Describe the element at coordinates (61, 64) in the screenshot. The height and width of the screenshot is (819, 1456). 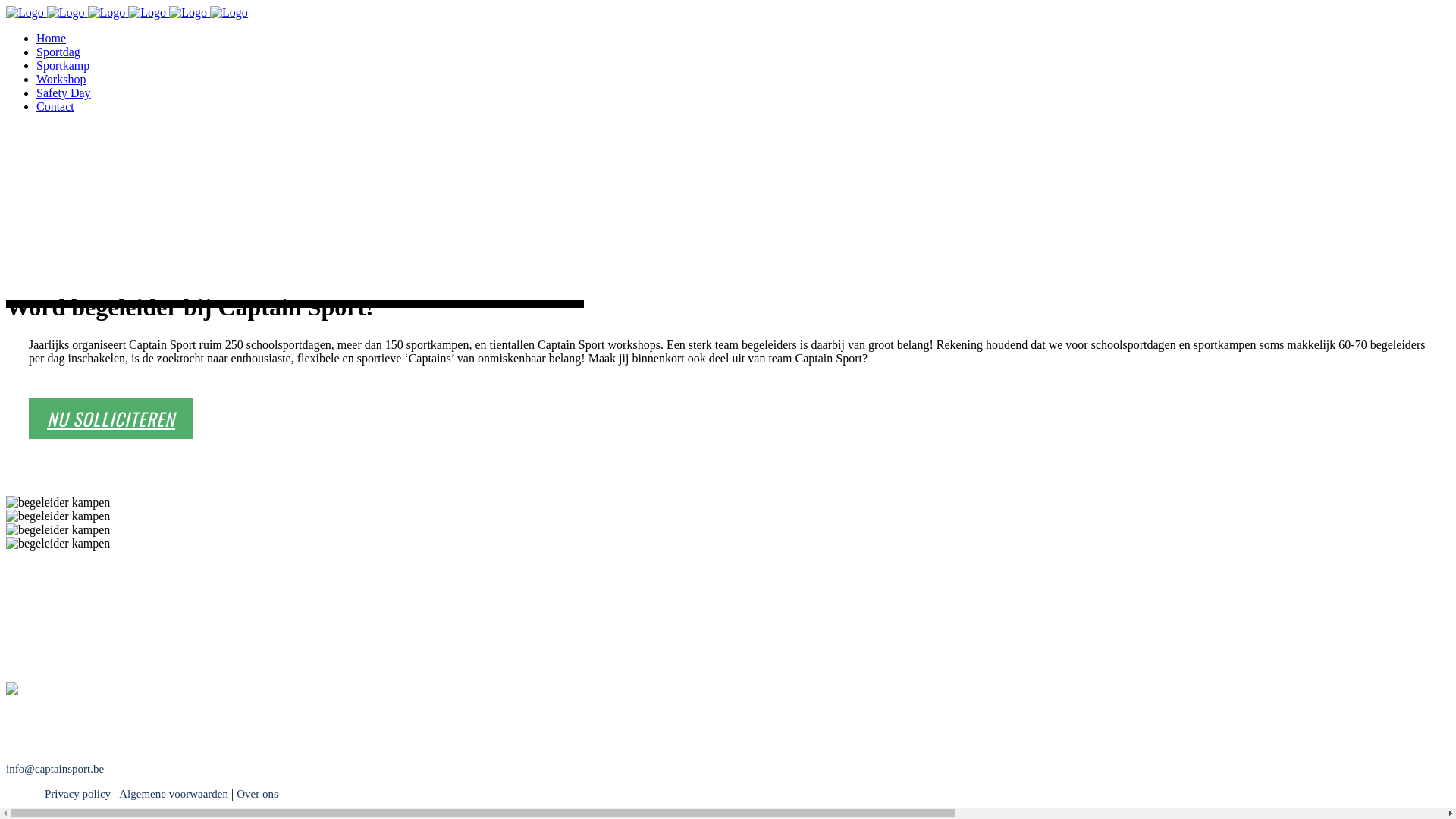
I see `'Sportkamp'` at that location.